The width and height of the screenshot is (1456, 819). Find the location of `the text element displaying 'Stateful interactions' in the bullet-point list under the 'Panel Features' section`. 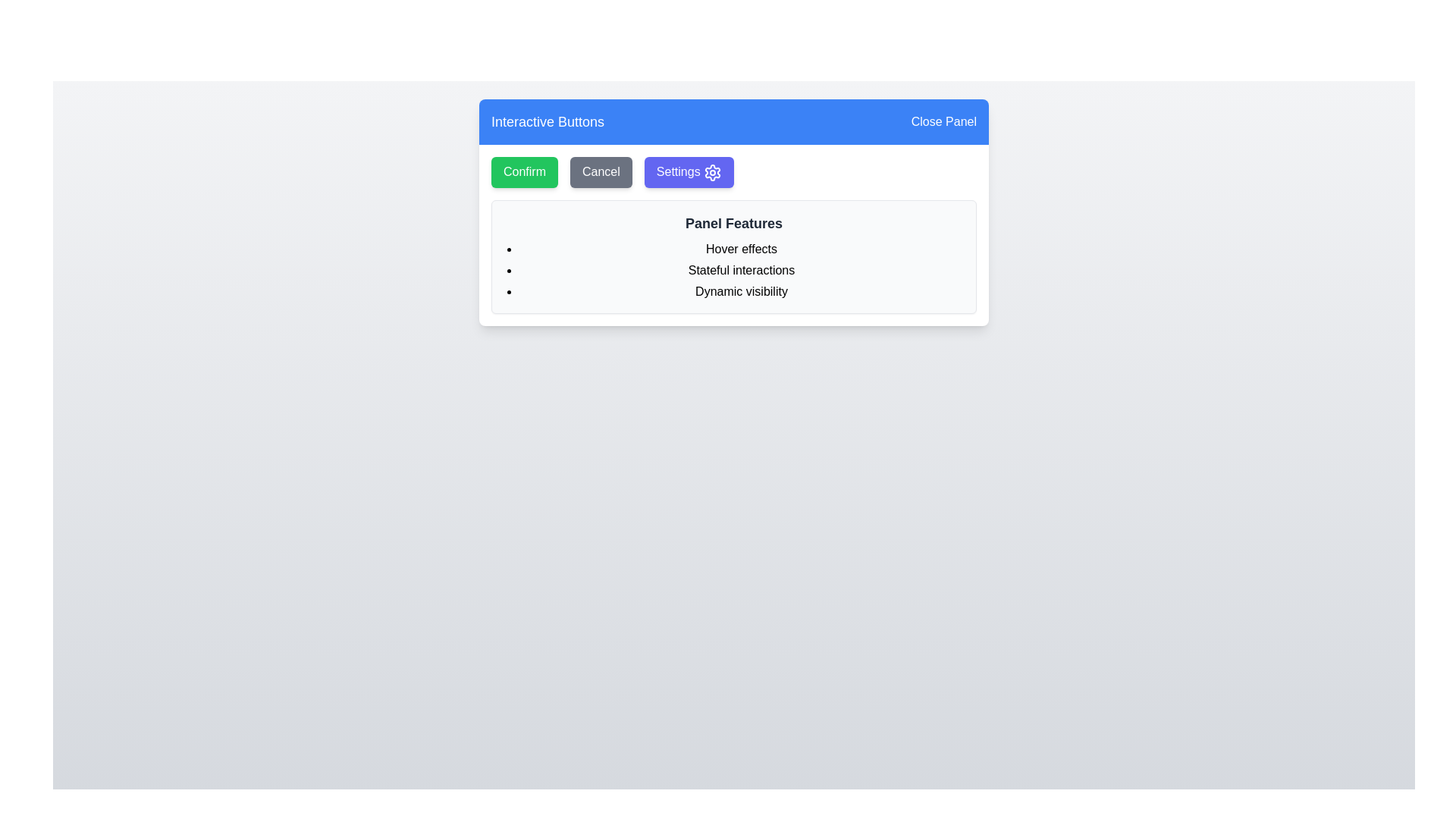

the text element displaying 'Stateful interactions' in the bullet-point list under the 'Panel Features' section is located at coordinates (742, 268).